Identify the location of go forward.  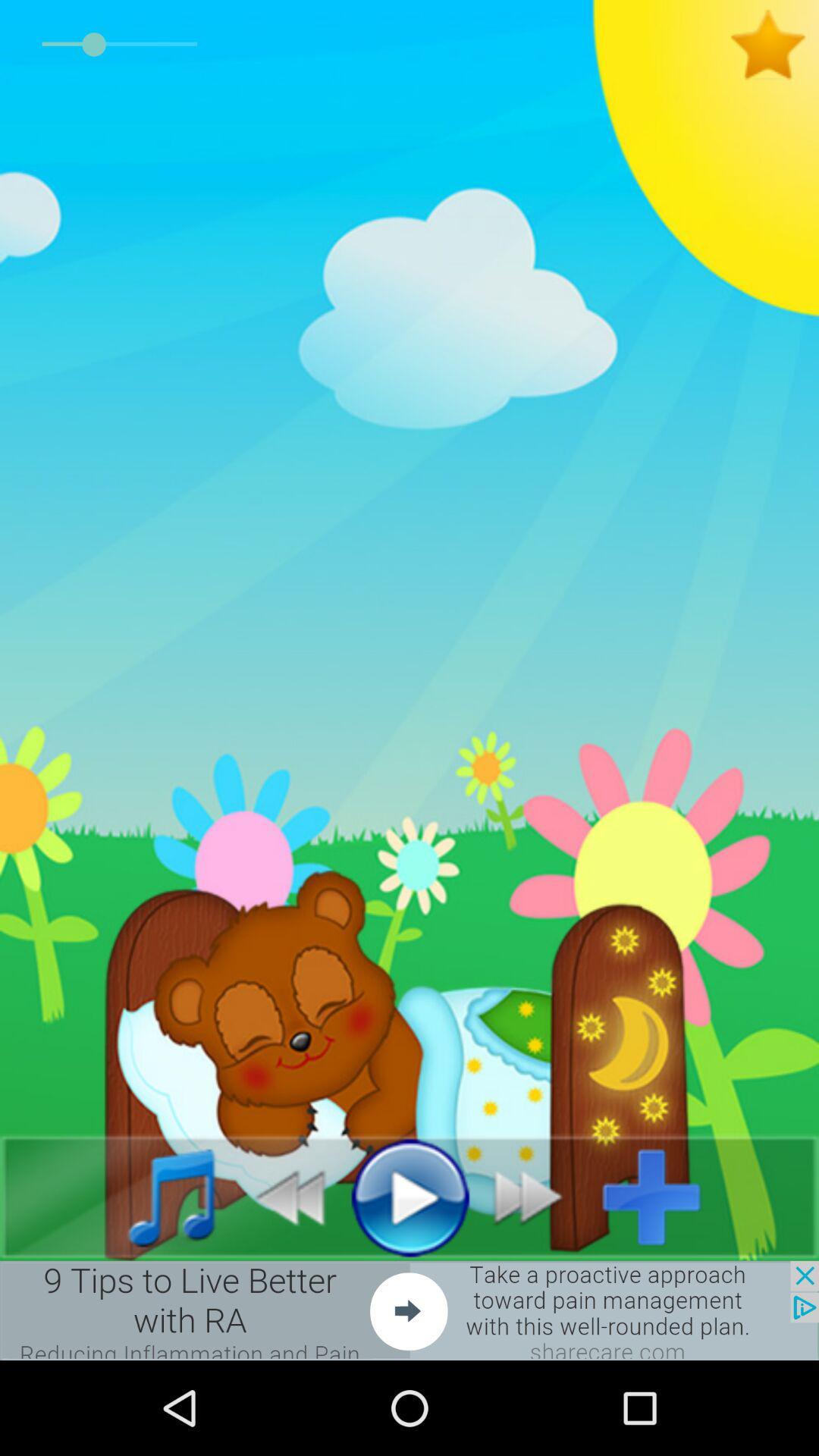
(536, 1196).